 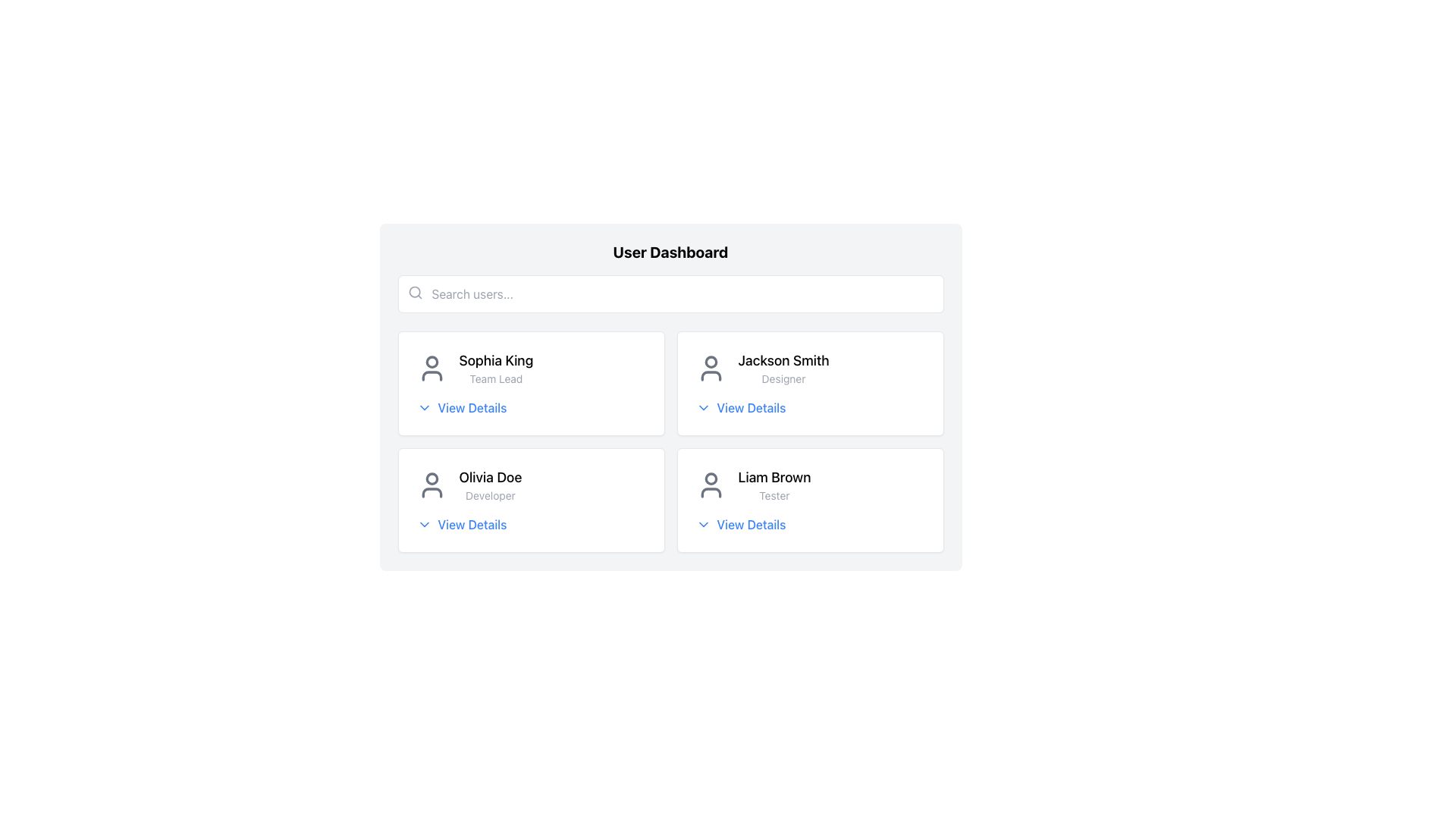 What do you see at coordinates (774, 485) in the screenshot?
I see `the Text Display element that shows the name and role of the user in the fourth user card located in the bottom-right corner of the dashboard` at bounding box center [774, 485].